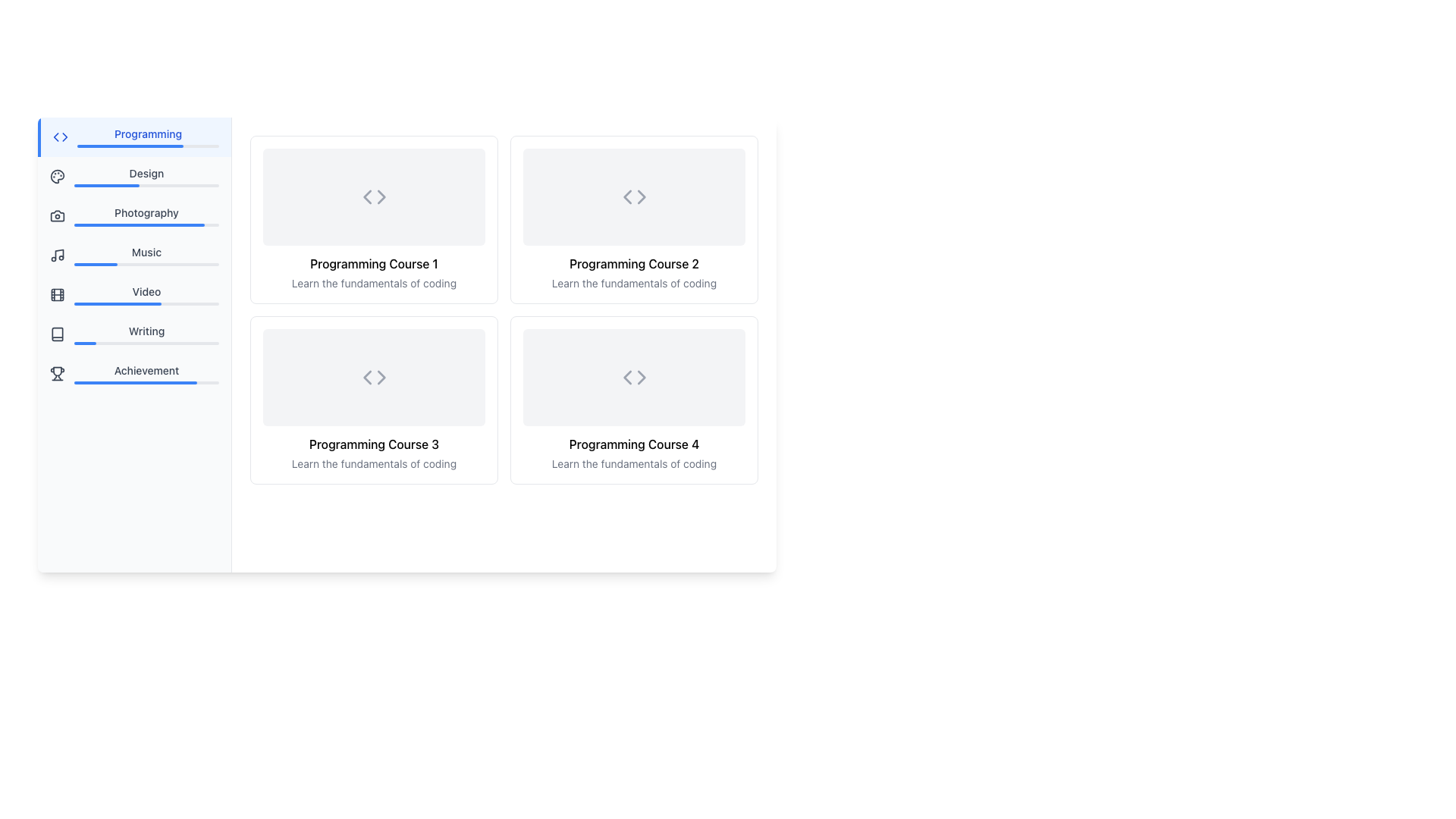 The width and height of the screenshot is (1456, 819). Describe the element at coordinates (146, 175) in the screenshot. I see `the Label with the text 'Design' that features a progress bar, located in the vertically arranged menu between 'Programming' and 'Photography'` at that location.